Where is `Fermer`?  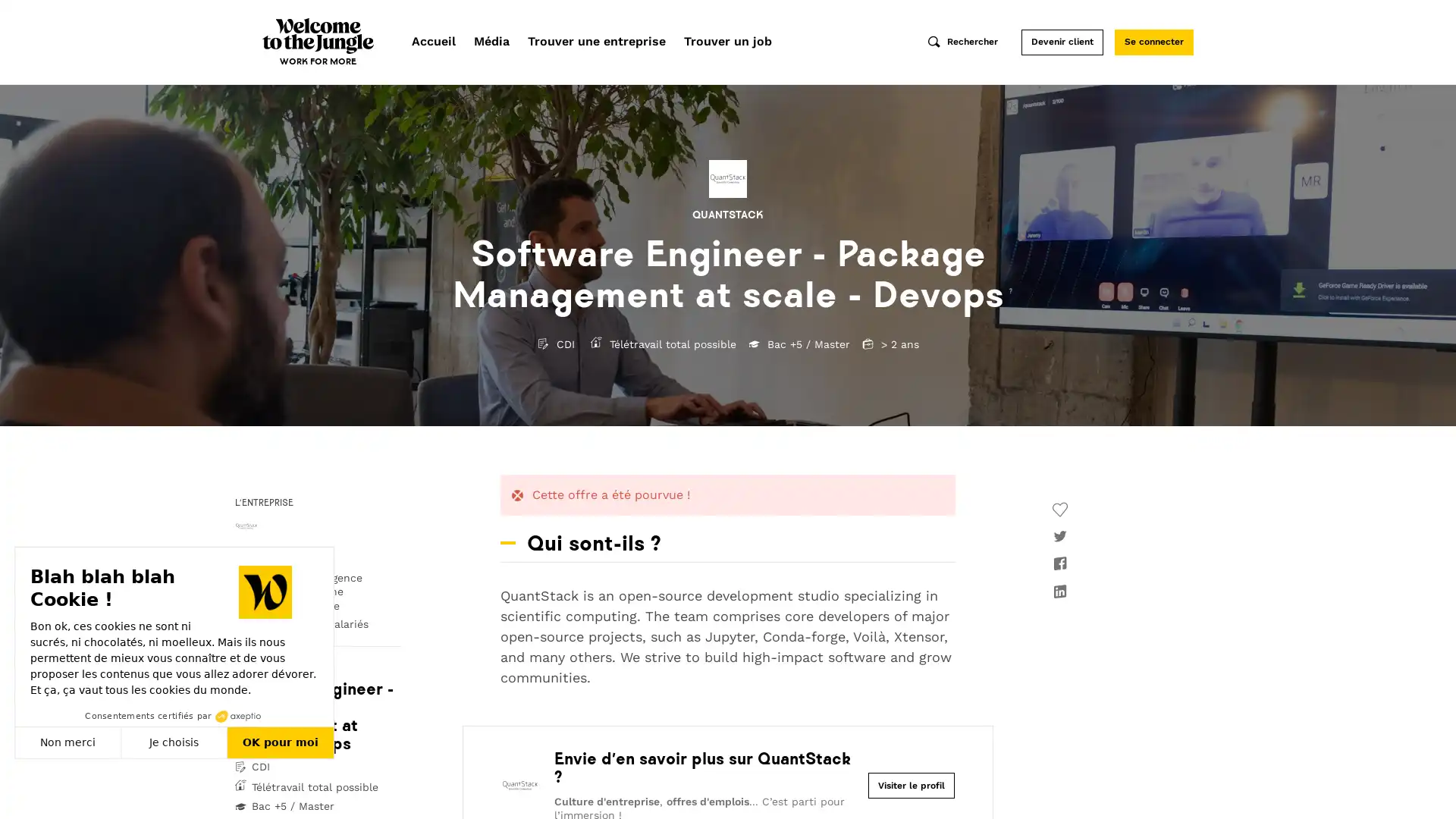
Fermer is located at coordinates (29, 792).